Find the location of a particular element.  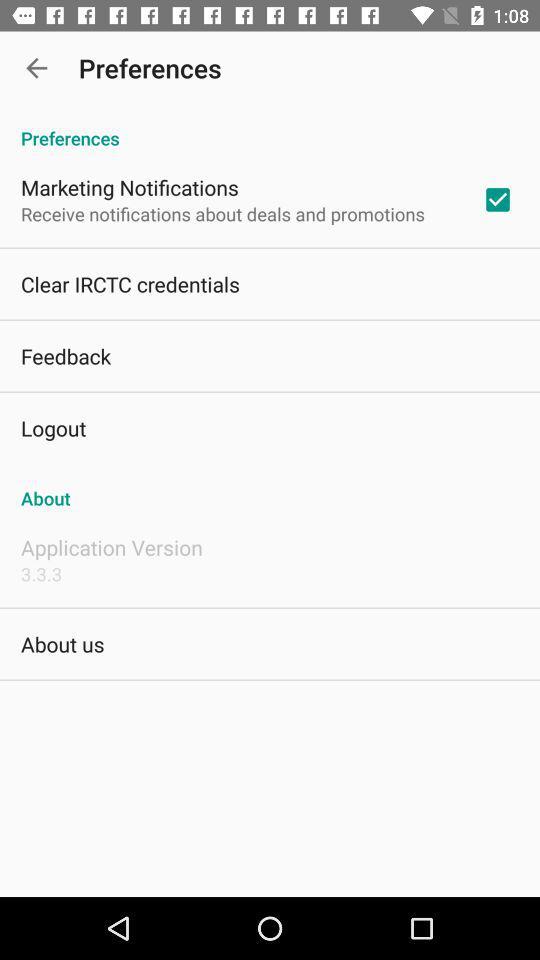

icon below 3.3.3 item is located at coordinates (62, 643).